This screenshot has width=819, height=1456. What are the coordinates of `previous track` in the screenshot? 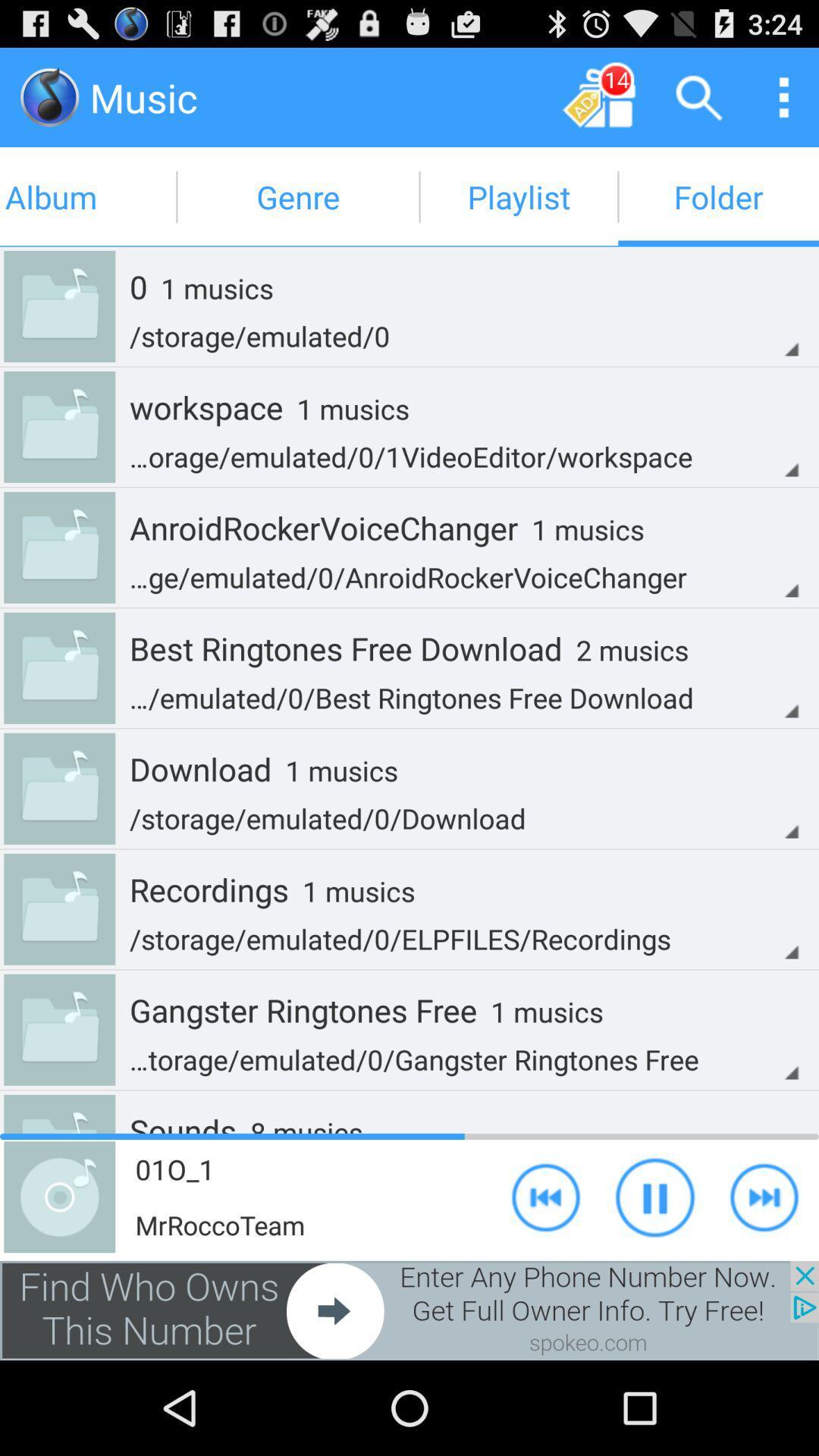 It's located at (546, 1196).